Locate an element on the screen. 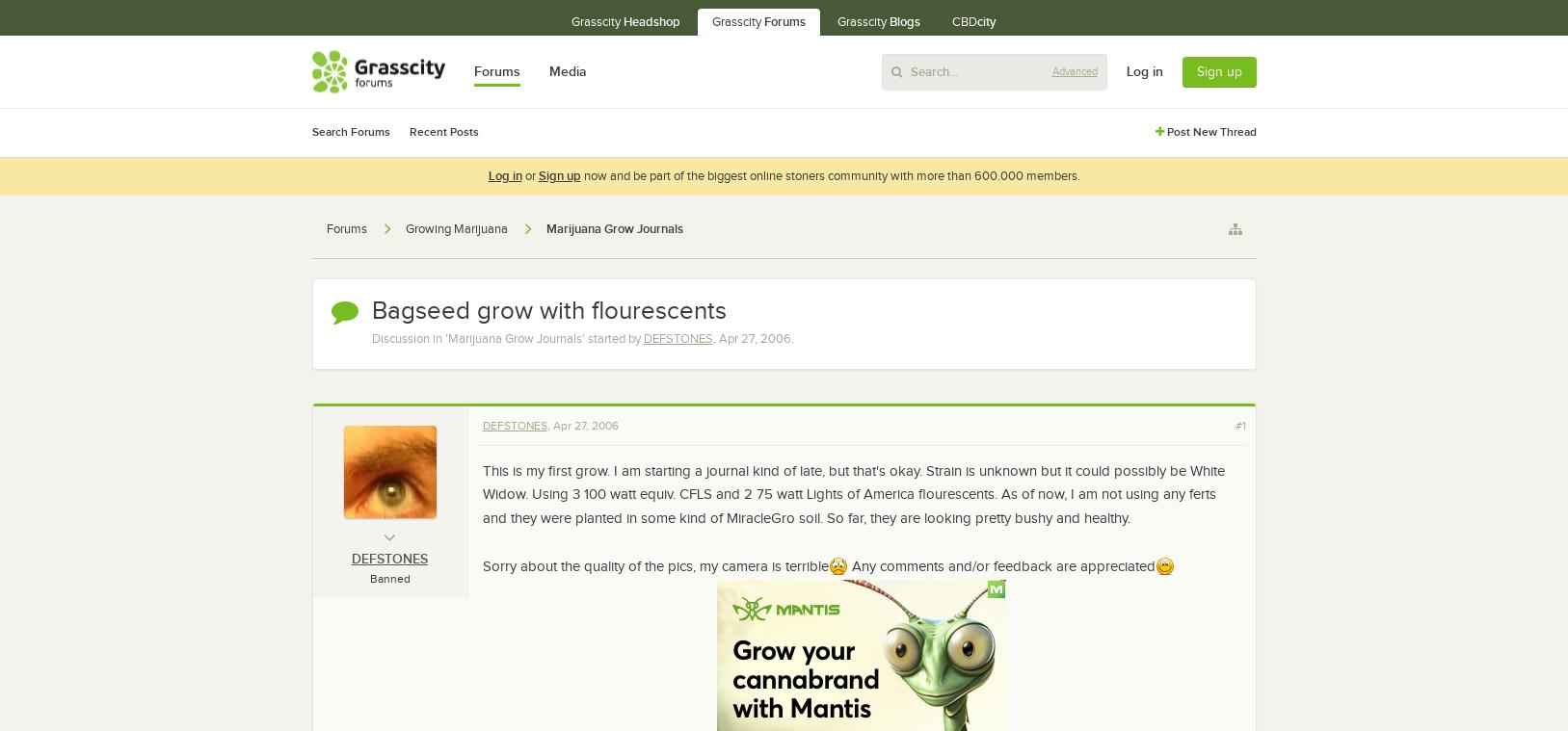 This screenshot has height=731, width=1568. 'now and be part of the biggest online stoners community with more than 600.000 members.' is located at coordinates (578, 175).